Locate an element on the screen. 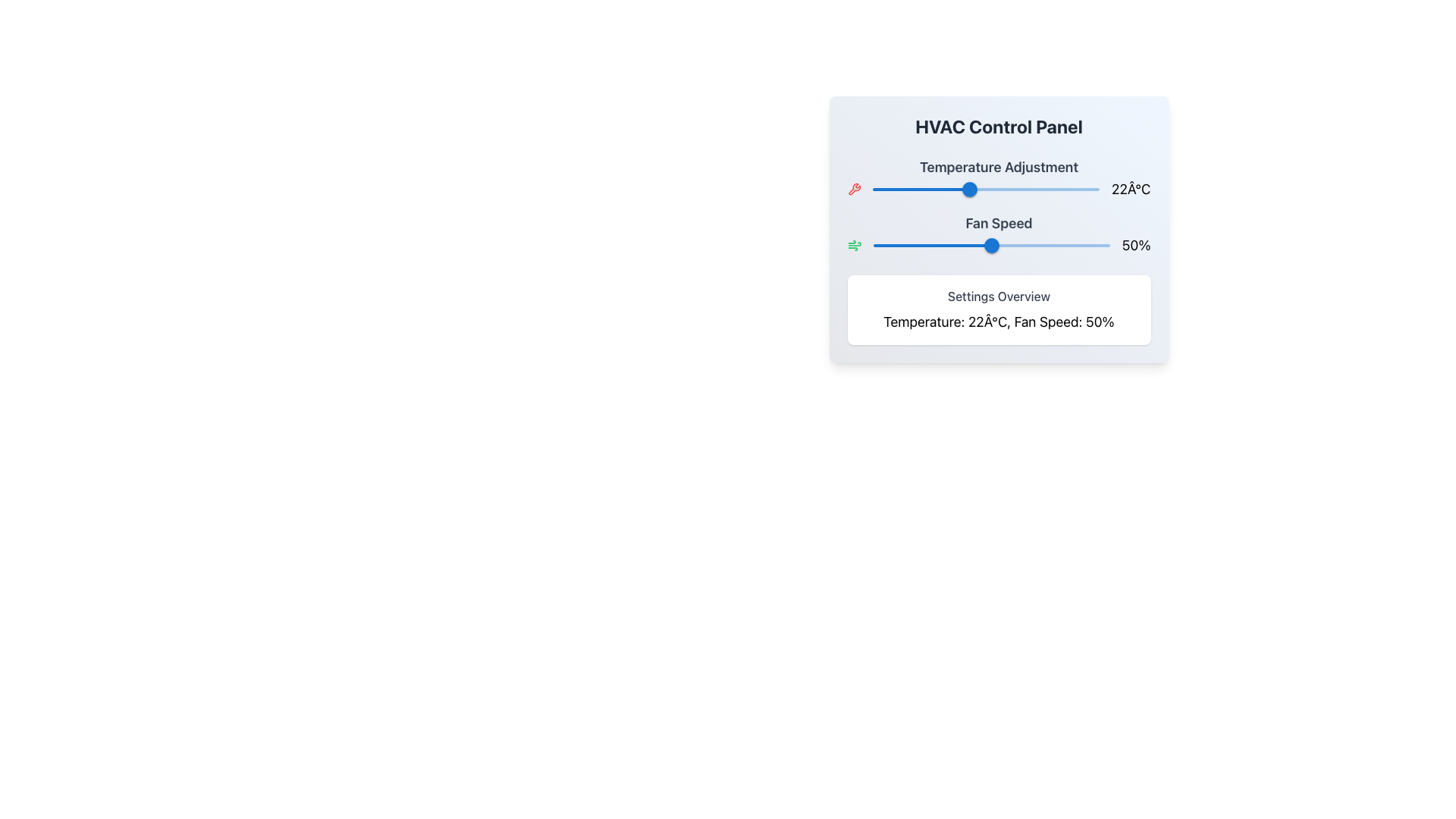 This screenshot has width=1456, height=819. the slider value is located at coordinates (902, 245).